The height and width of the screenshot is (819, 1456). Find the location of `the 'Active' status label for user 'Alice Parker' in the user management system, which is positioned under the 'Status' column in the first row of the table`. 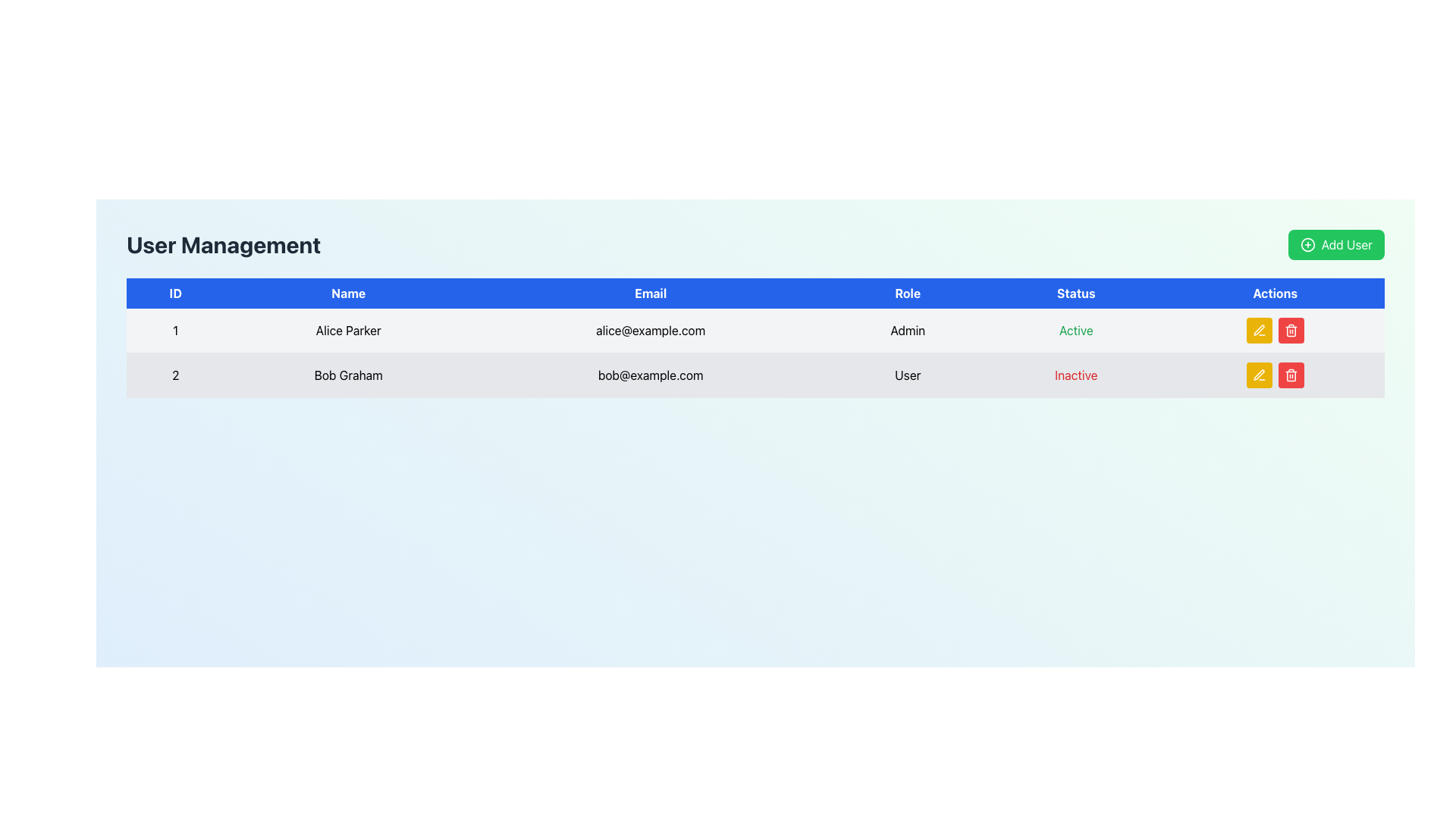

the 'Active' status label for user 'Alice Parker' in the user management system, which is positioned under the 'Status' column in the first row of the table is located at coordinates (1075, 330).